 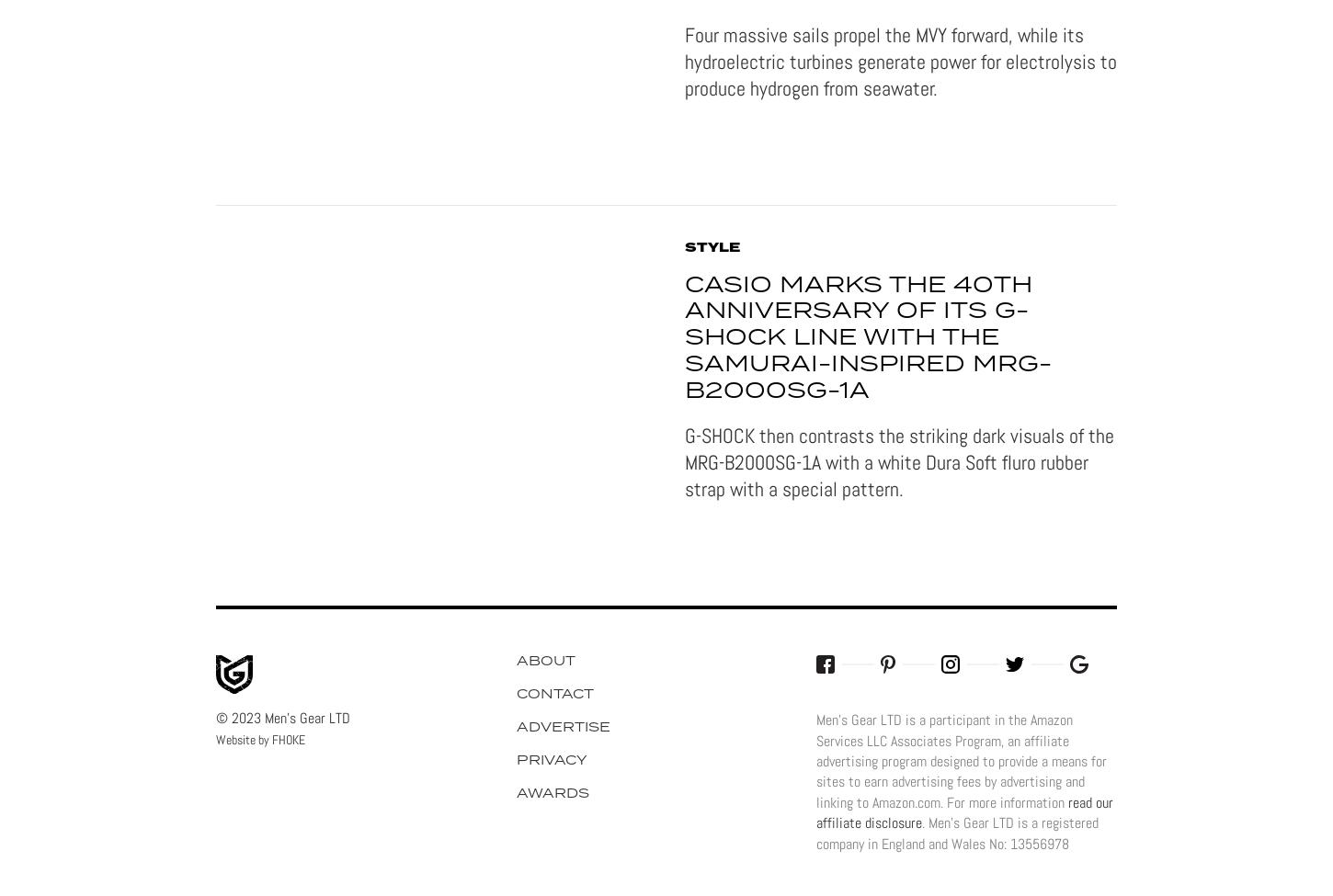 What do you see at coordinates (962, 760) in the screenshot?
I see `'Men's Gear LTD is a participant in the Amazon Services LLC Associates Program, an affiliate advertising program designed to provide a means for sites to earn advertising fees by advertising and linking to Amazon.com. For more information'` at bounding box center [962, 760].